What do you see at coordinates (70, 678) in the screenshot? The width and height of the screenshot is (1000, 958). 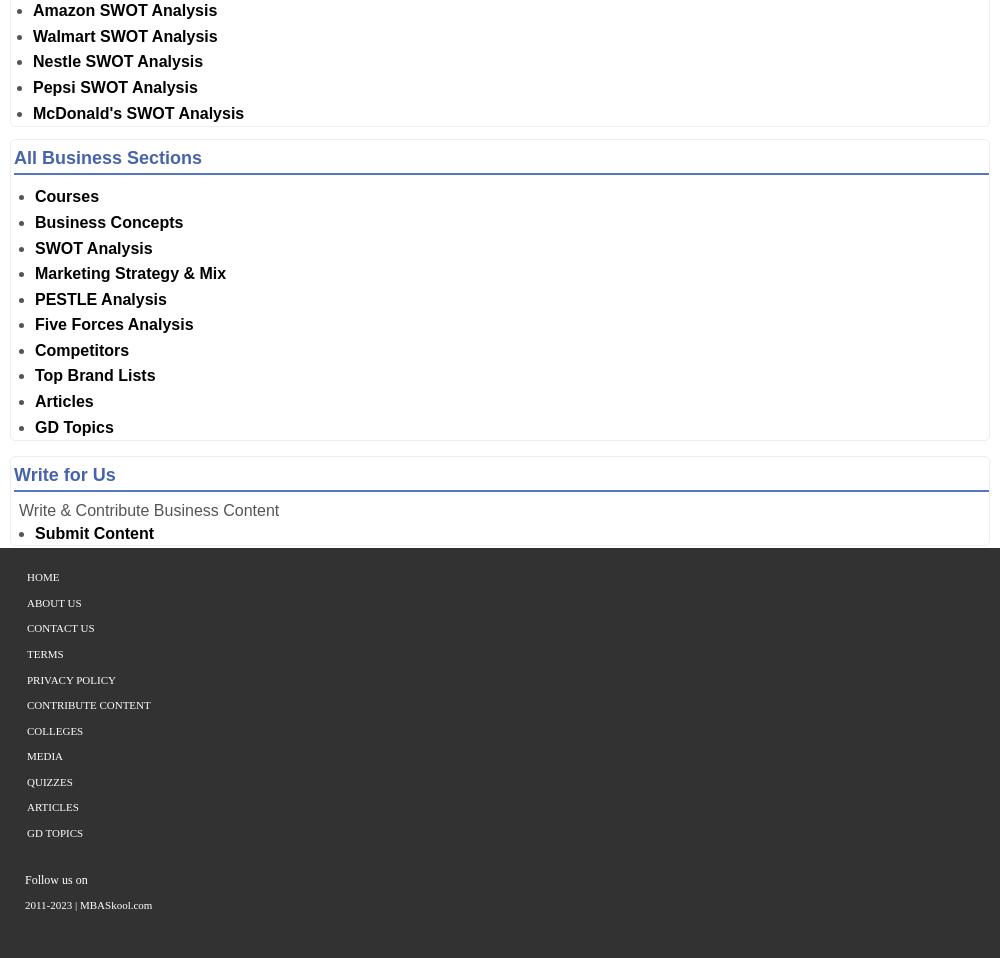 I see `'Privacy Policy'` at bounding box center [70, 678].